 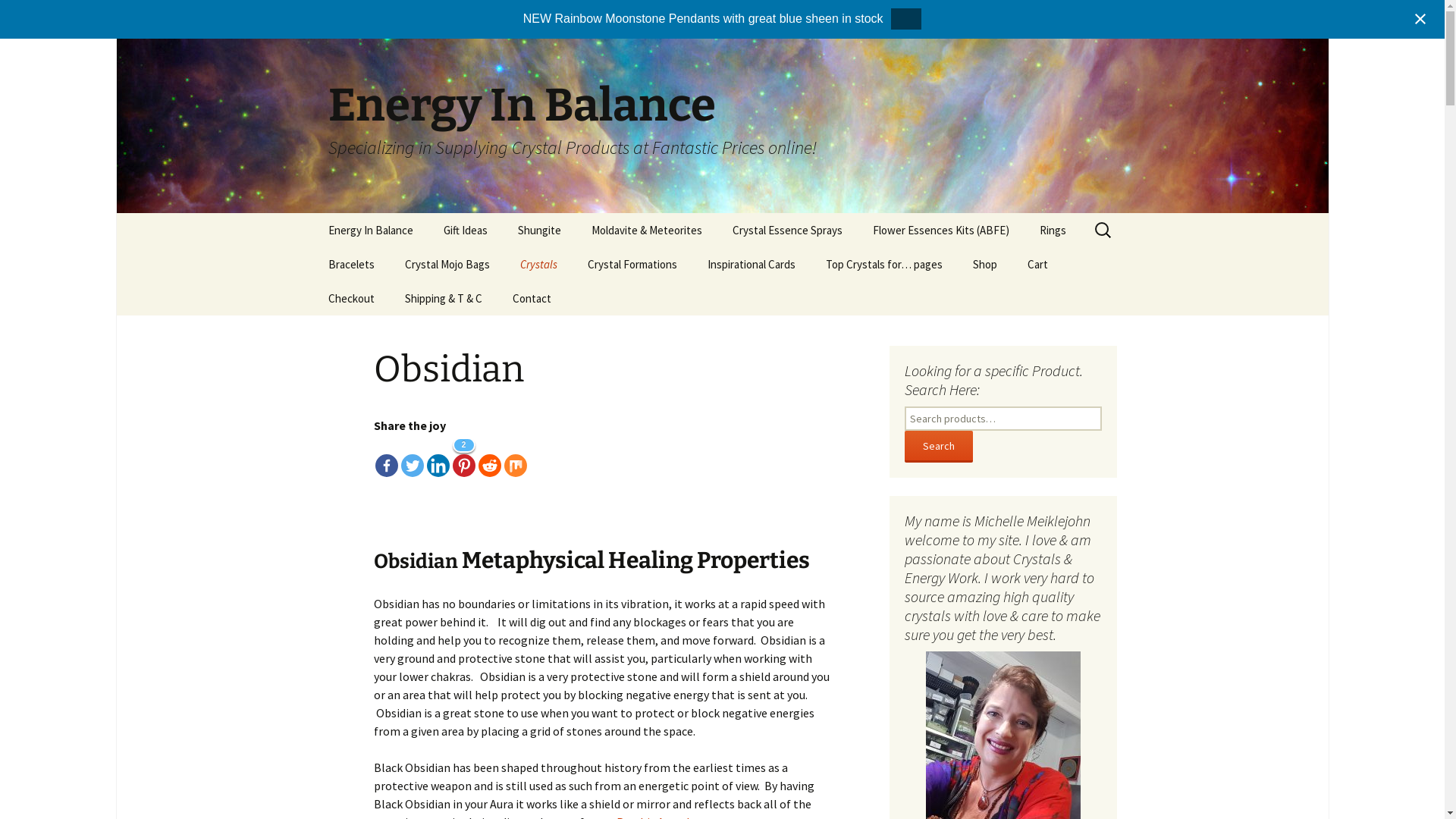 What do you see at coordinates (1036, 263) in the screenshot?
I see `'Cart'` at bounding box center [1036, 263].